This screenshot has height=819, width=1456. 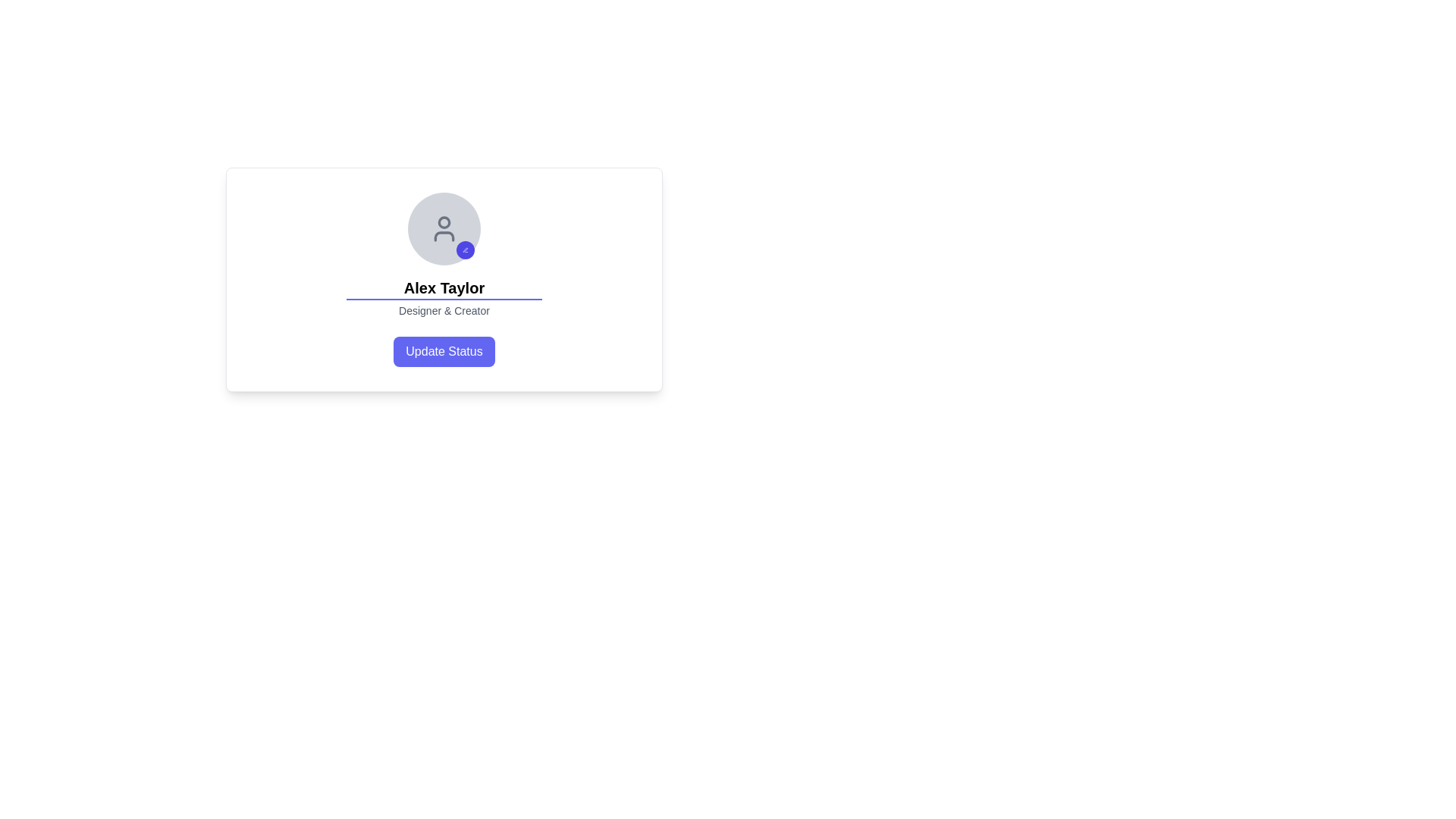 I want to click on the circular Icon component that represents a user profile, positioned centrally above the lower curved segment of the icon, so click(x=443, y=222).